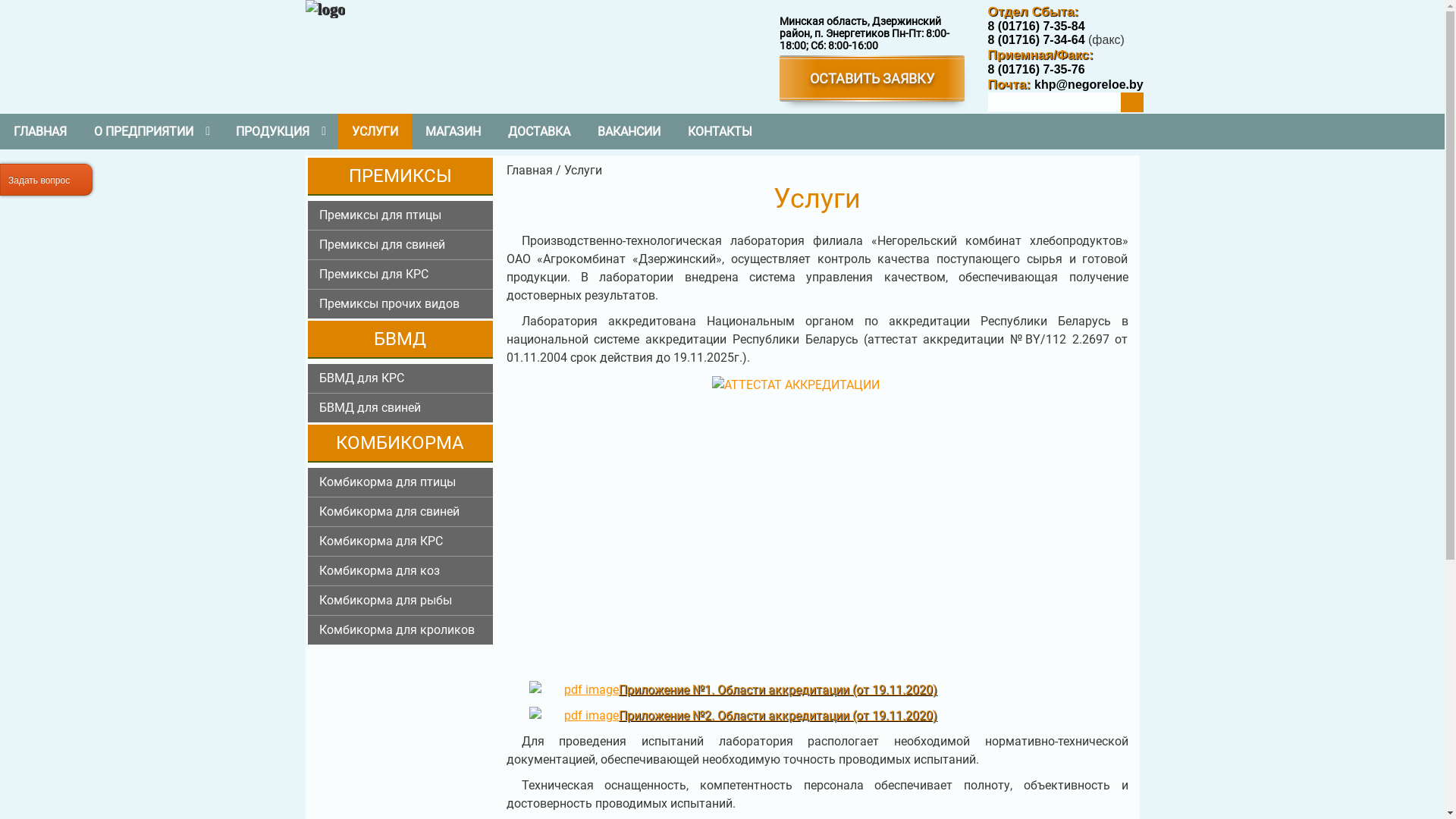  What do you see at coordinates (1030, 83) in the screenshot?
I see `'khp@negoreloe.by'` at bounding box center [1030, 83].